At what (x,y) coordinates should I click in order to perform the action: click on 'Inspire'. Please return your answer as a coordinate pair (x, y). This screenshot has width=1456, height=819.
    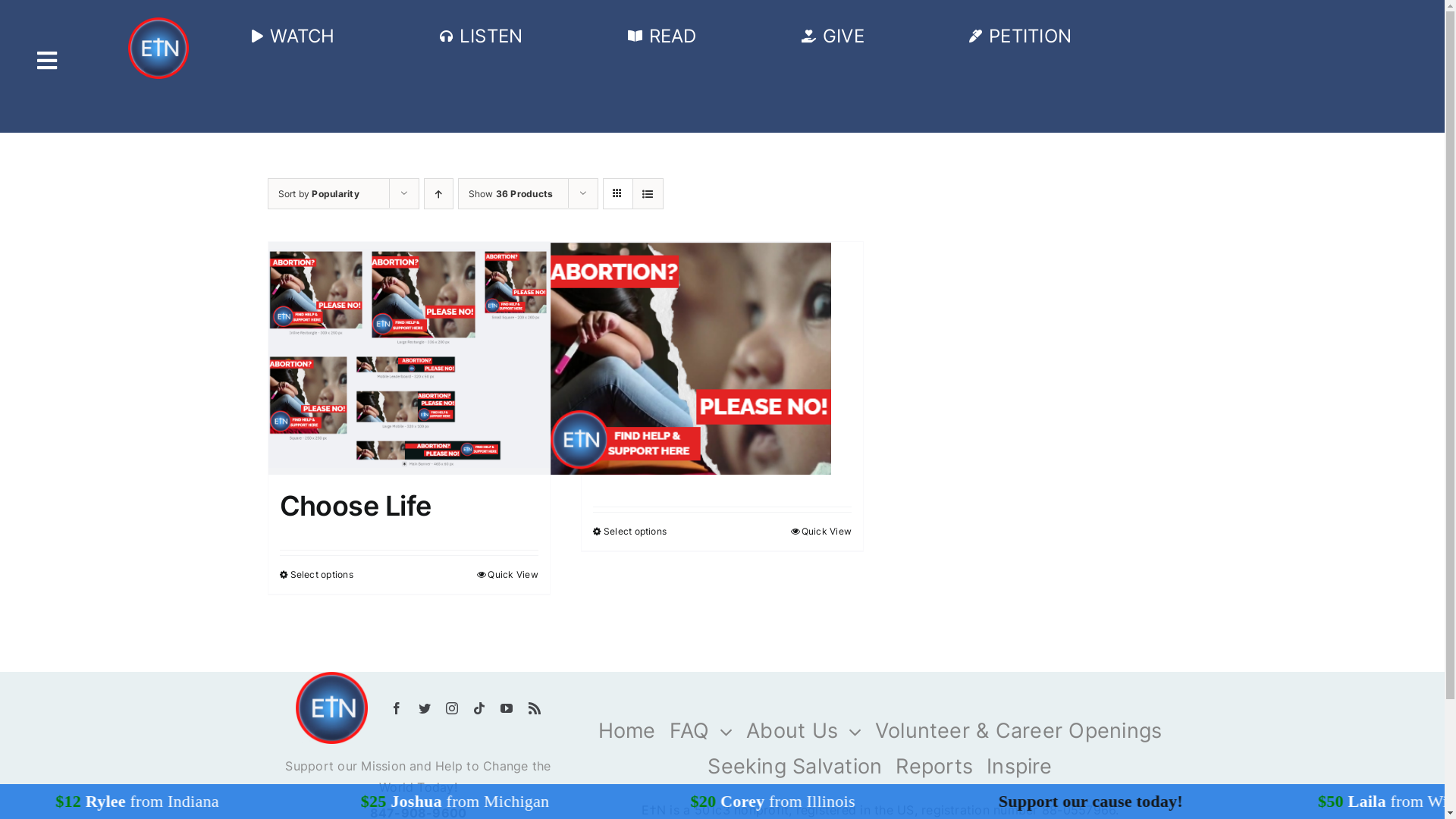
    Looking at the image, I should click on (1019, 766).